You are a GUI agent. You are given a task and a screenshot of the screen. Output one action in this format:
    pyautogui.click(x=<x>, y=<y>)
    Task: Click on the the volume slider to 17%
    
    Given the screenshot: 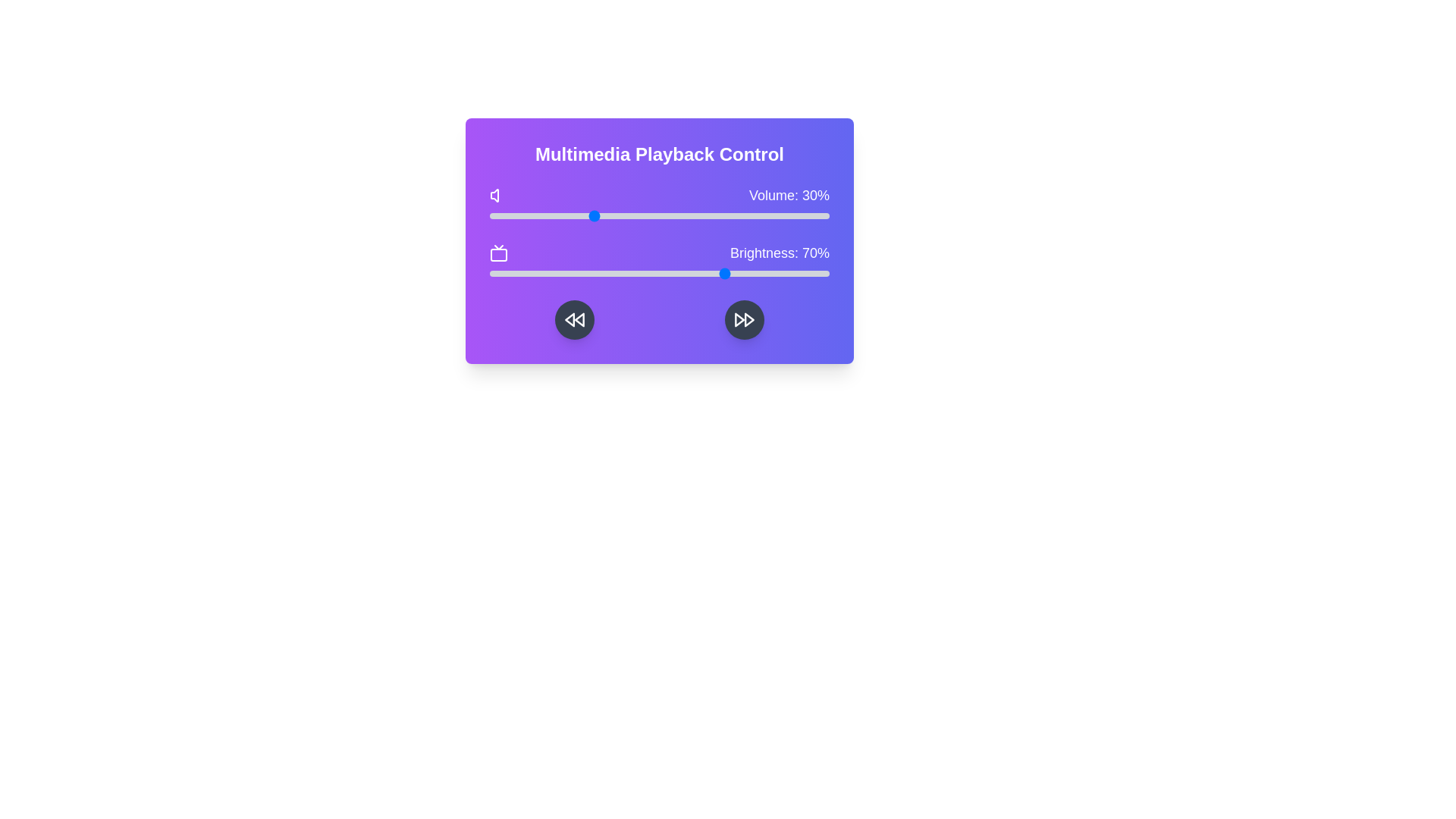 What is the action you would take?
    pyautogui.click(x=547, y=216)
    